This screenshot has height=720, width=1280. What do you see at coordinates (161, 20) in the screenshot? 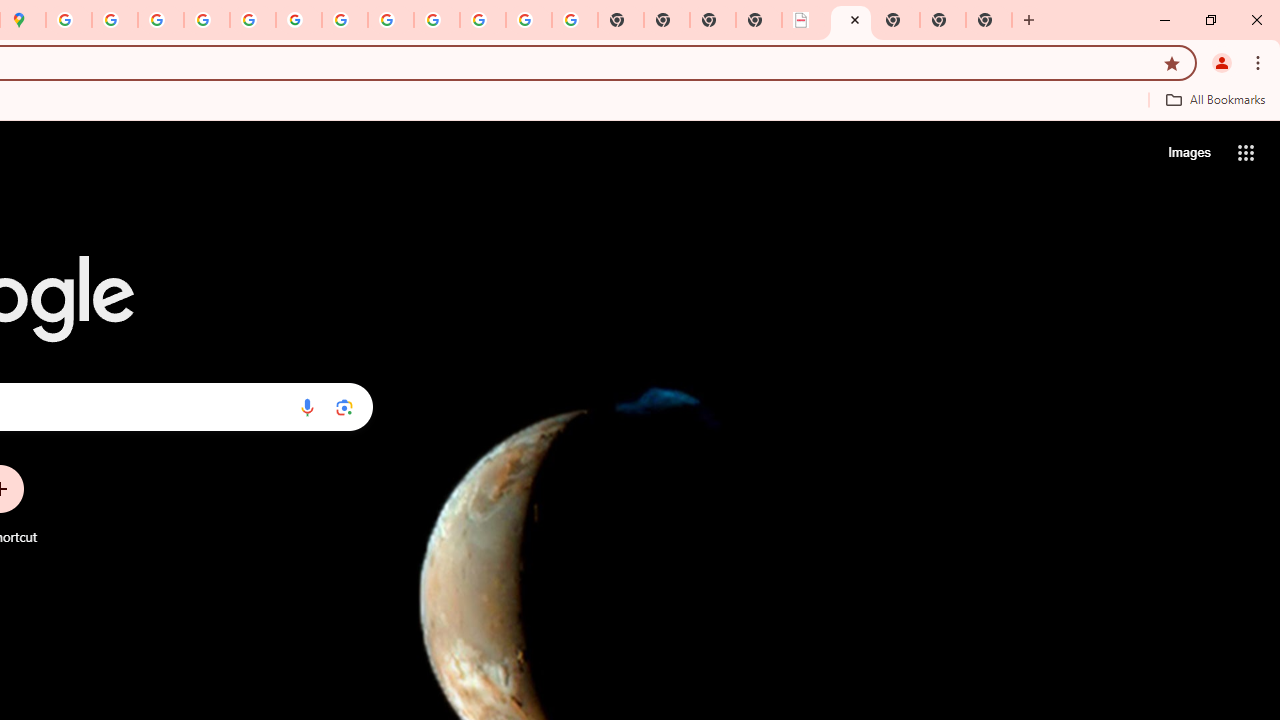
I see `'Privacy Help Center - Policies Help'` at bounding box center [161, 20].